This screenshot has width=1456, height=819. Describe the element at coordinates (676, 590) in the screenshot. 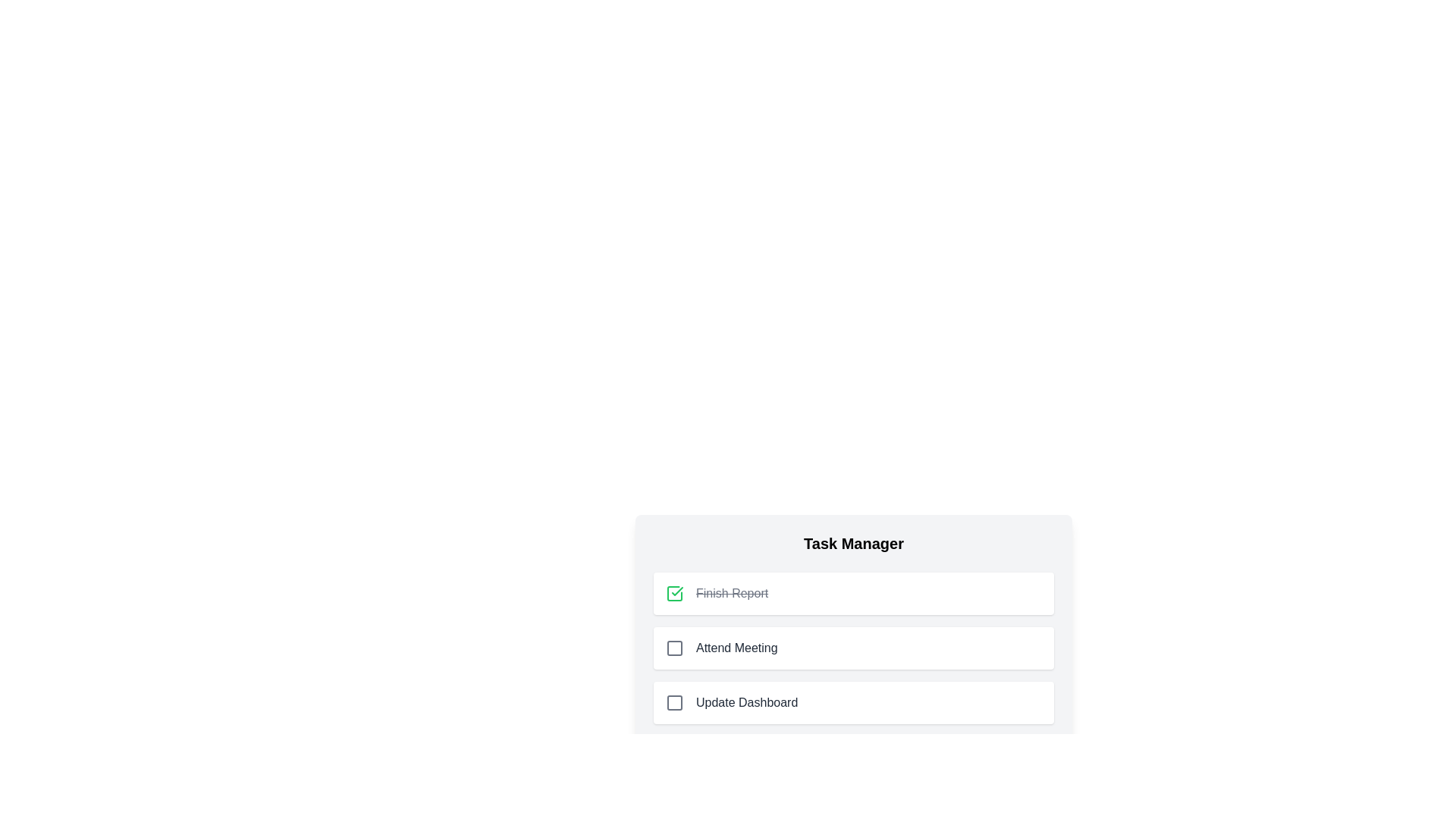

I see `the green checkmark icon associated with the 'Finish Report' task in the 'Task Manager' section to interact with the task status` at that location.